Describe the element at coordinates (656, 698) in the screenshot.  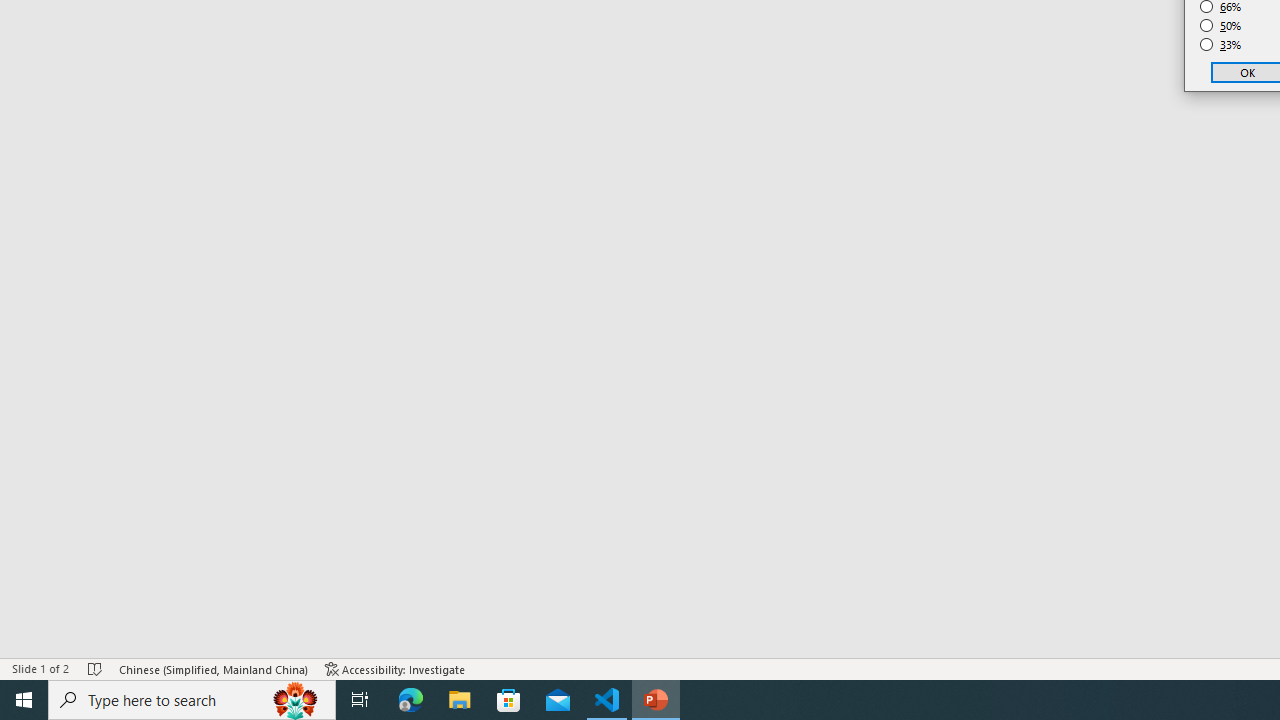
I see `'PowerPoint - 1 running window'` at that location.